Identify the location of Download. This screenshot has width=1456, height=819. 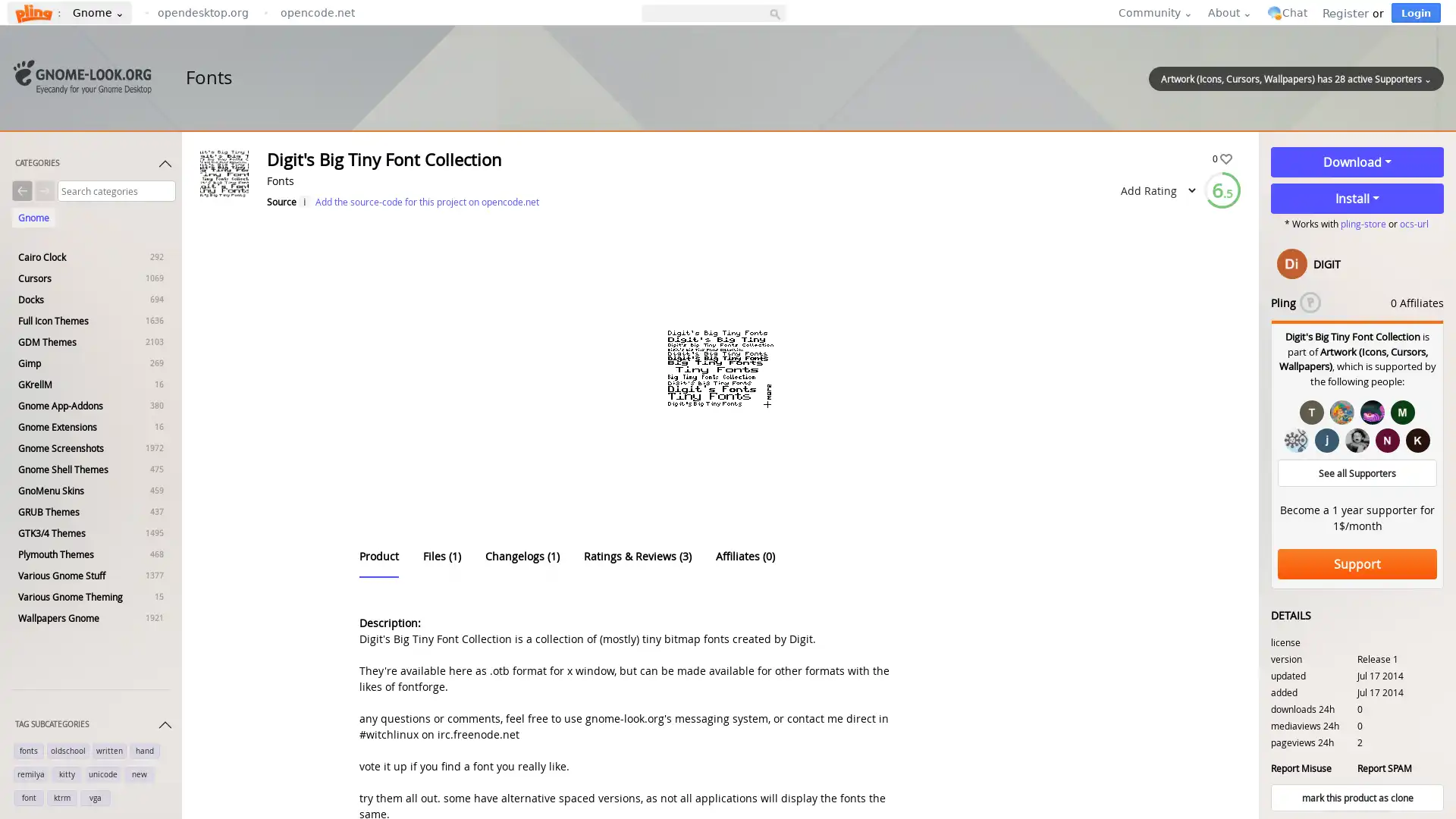
(1357, 162).